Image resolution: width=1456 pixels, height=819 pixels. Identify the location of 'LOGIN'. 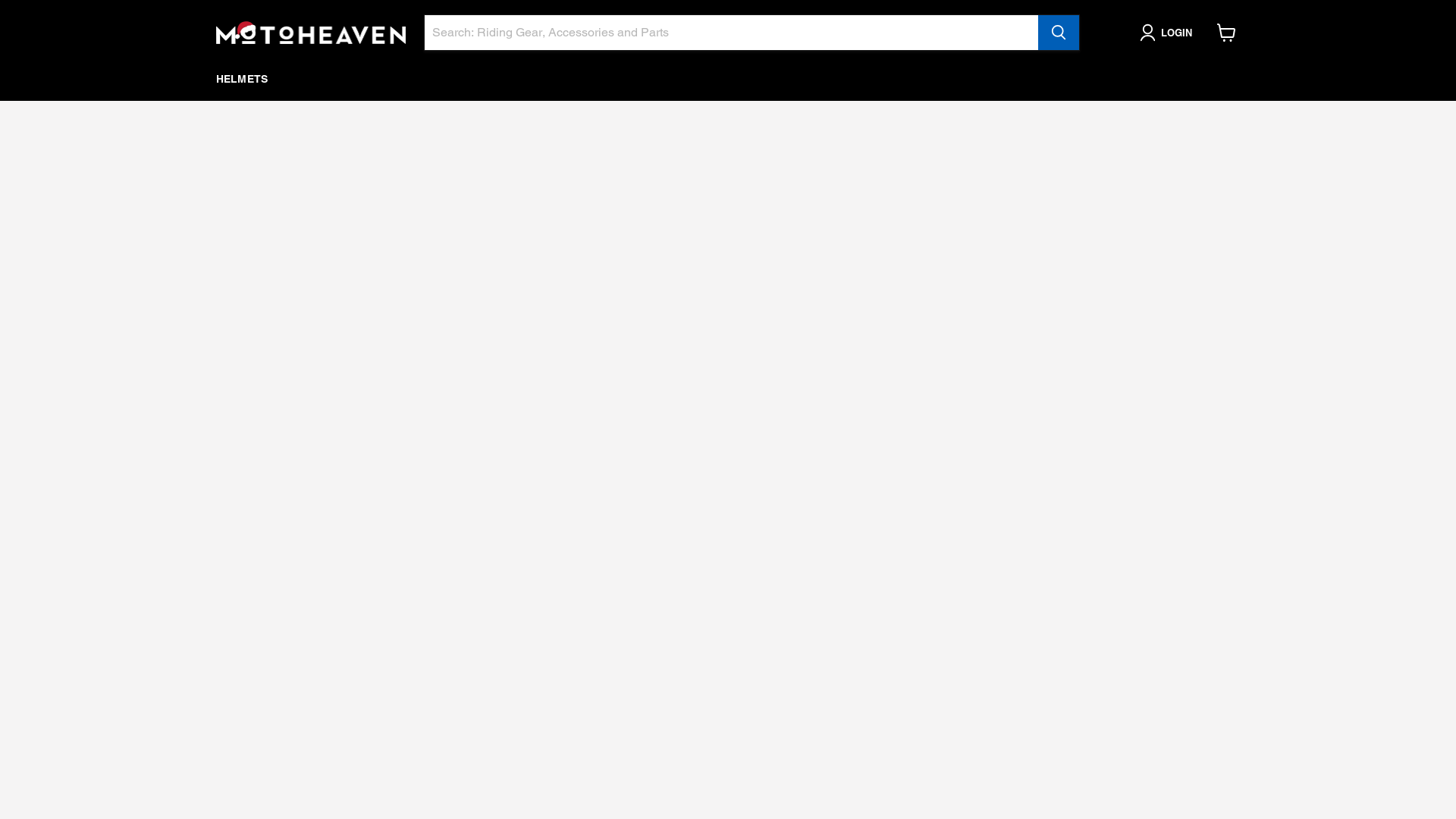
(1168, 32).